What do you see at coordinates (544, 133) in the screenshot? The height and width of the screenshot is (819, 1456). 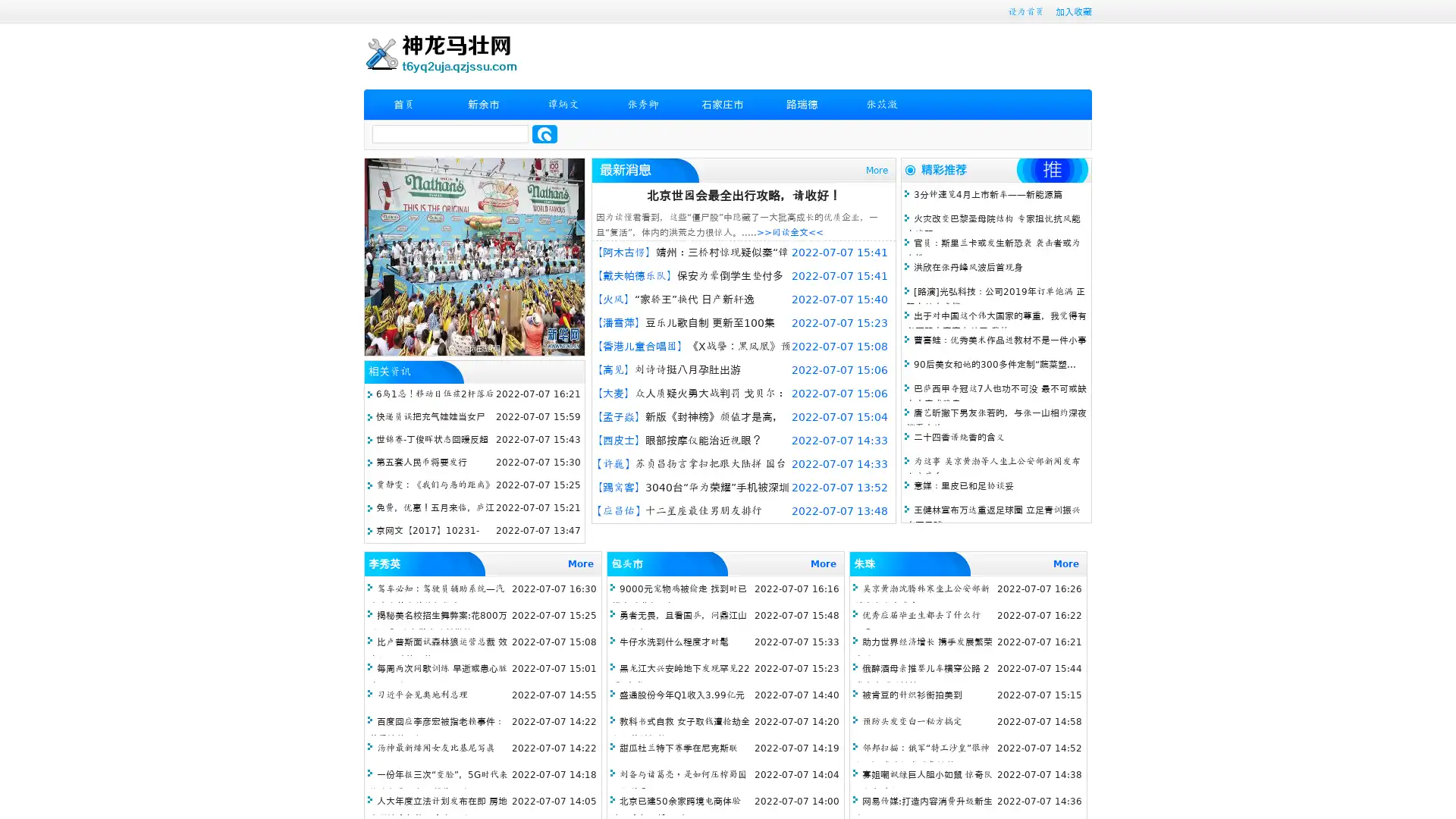 I see `Search` at bounding box center [544, 133].